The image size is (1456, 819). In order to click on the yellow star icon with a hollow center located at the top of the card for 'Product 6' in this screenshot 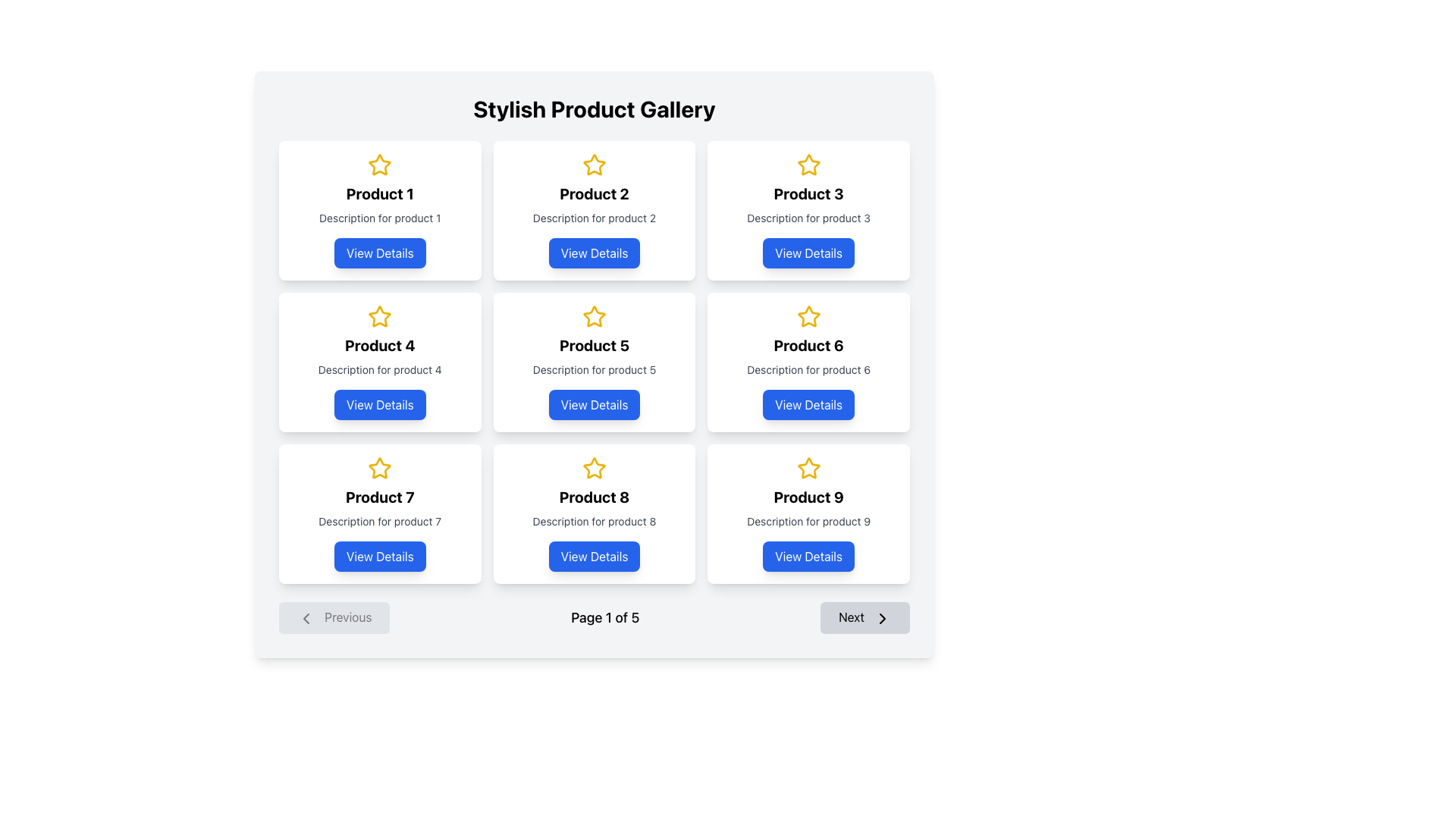, I will do `click(808, 315)`.